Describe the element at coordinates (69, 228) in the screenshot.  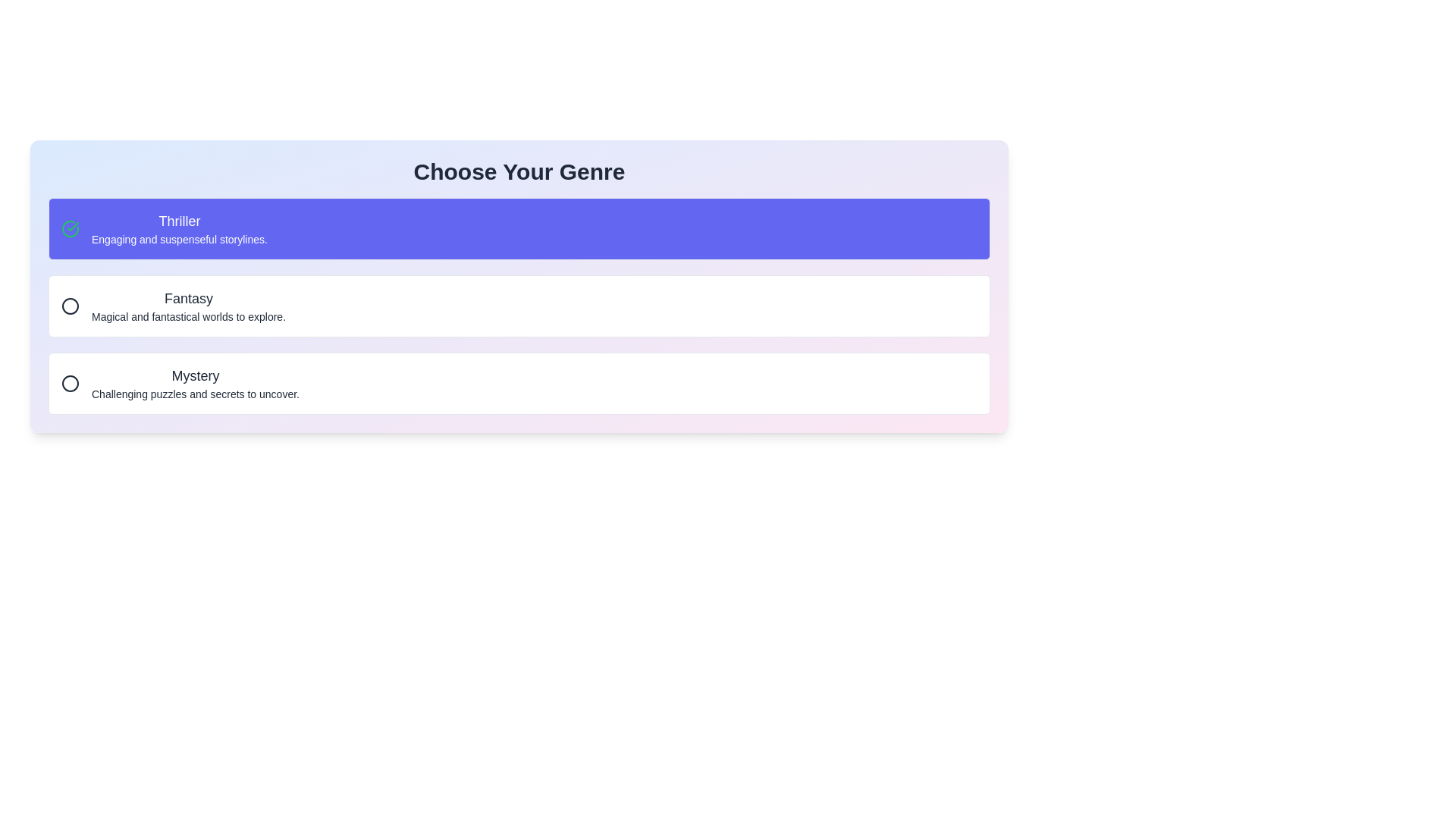
I see `the circular SVG icon located within the blue-highlighted rectangle labeled 'Thriller' to interact with its functionality` at that location.